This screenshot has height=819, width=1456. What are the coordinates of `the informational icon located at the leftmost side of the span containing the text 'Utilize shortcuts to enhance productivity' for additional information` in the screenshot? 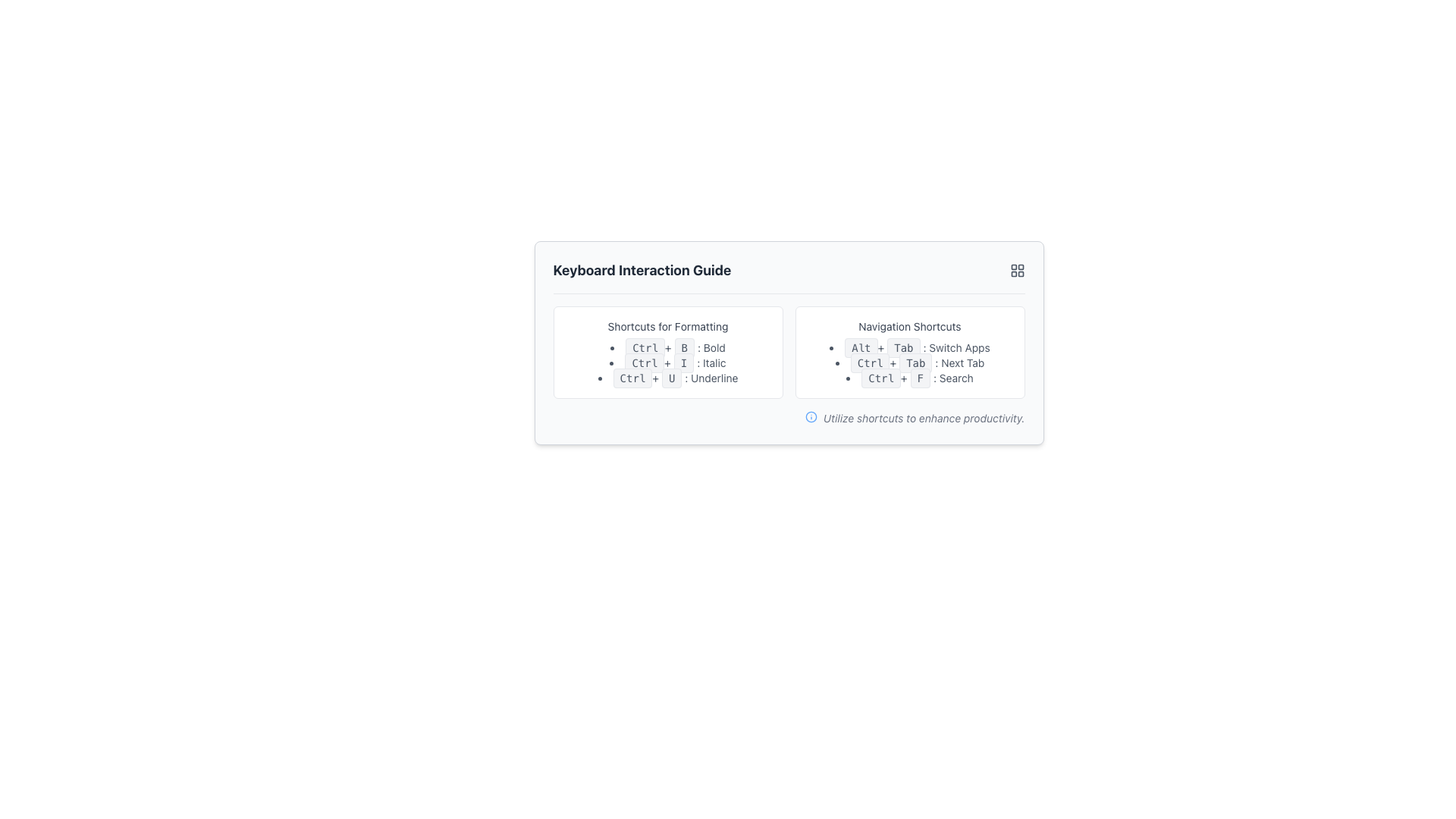 It's located at (810, 417).